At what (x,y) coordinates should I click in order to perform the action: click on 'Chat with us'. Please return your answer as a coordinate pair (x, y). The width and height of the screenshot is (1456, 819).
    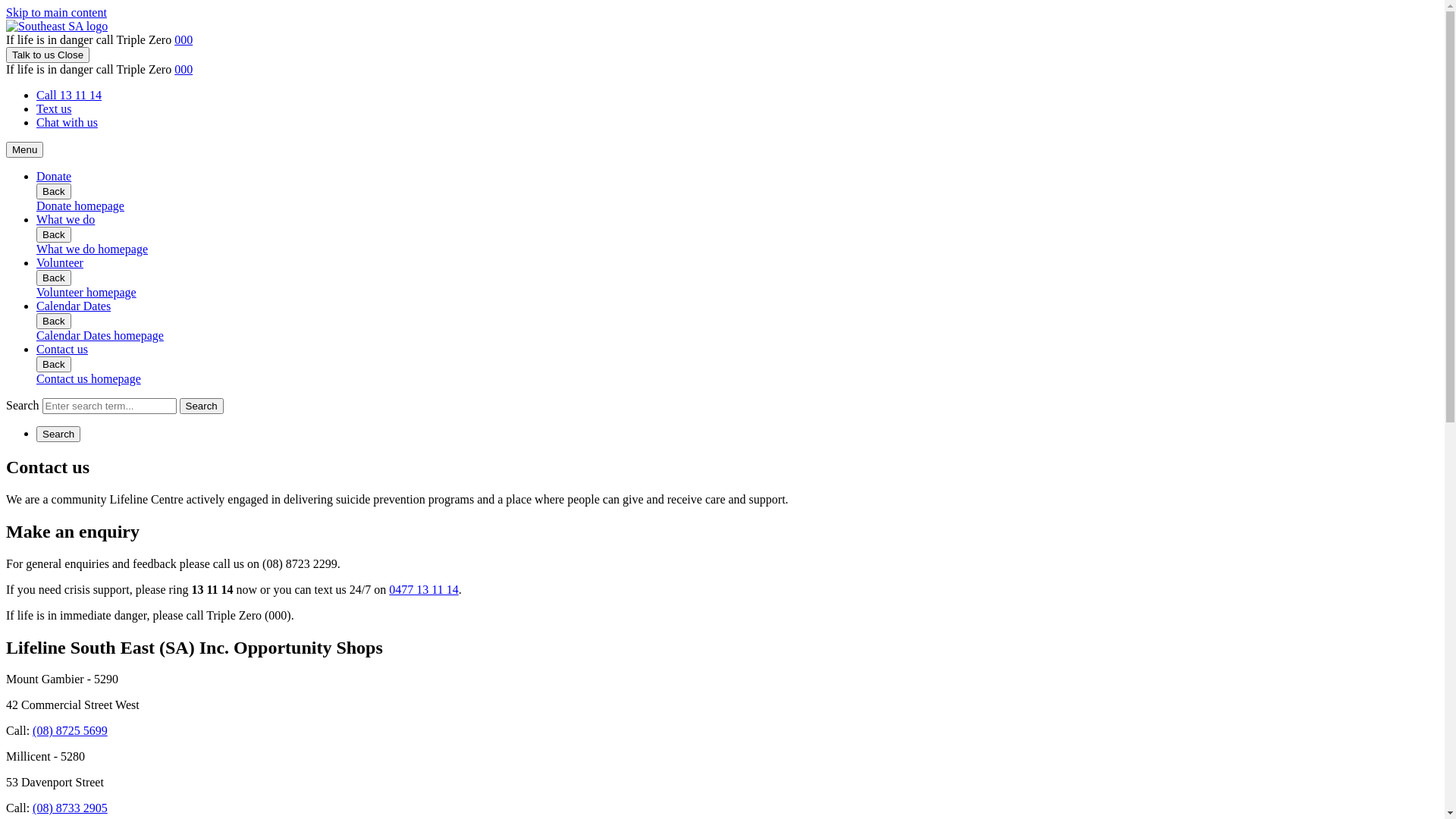
    Looking at the image, I should click on (66, 121).